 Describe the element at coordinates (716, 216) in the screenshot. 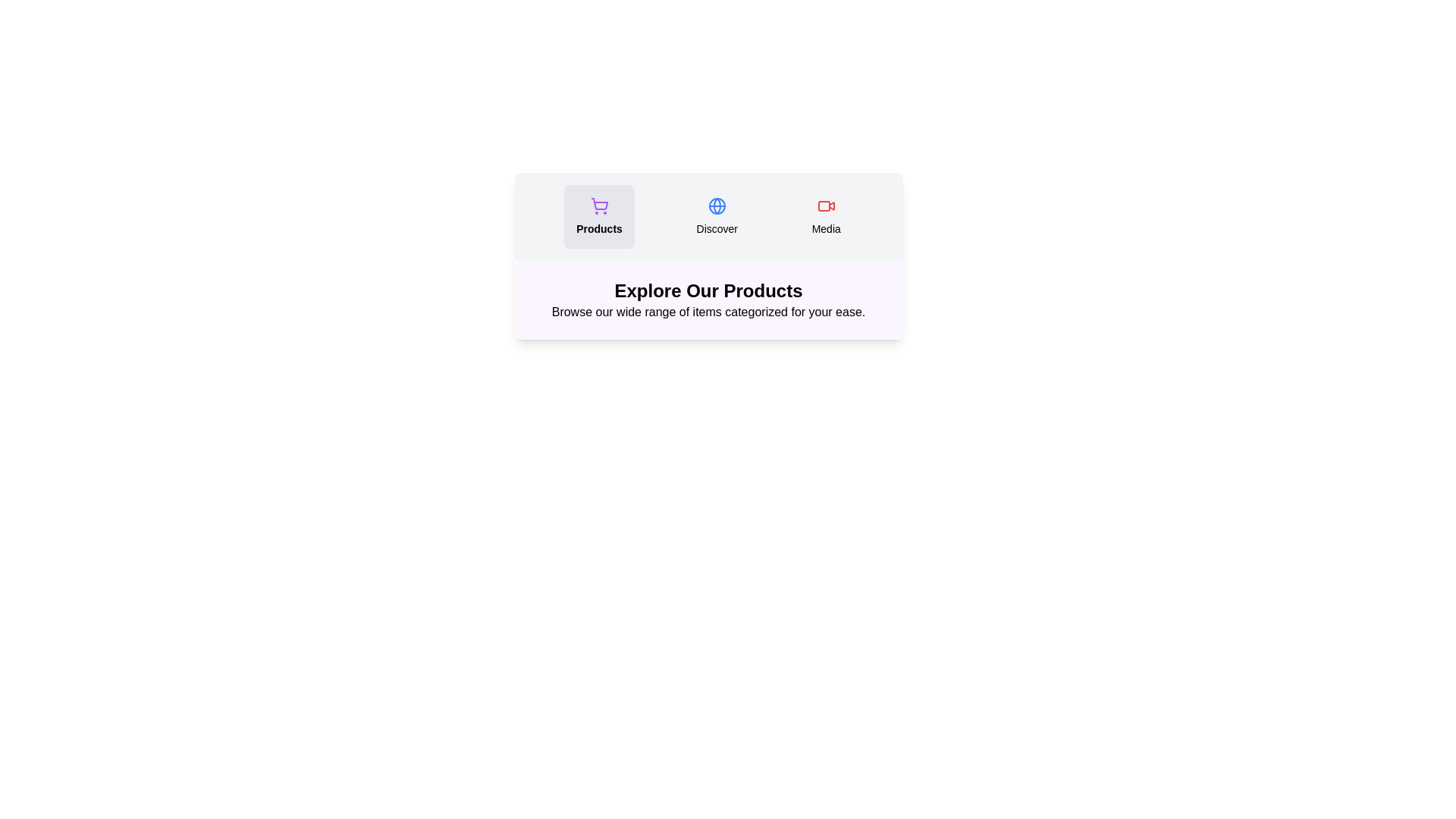

I see `the Discover tab by clicking on its button` at that location.